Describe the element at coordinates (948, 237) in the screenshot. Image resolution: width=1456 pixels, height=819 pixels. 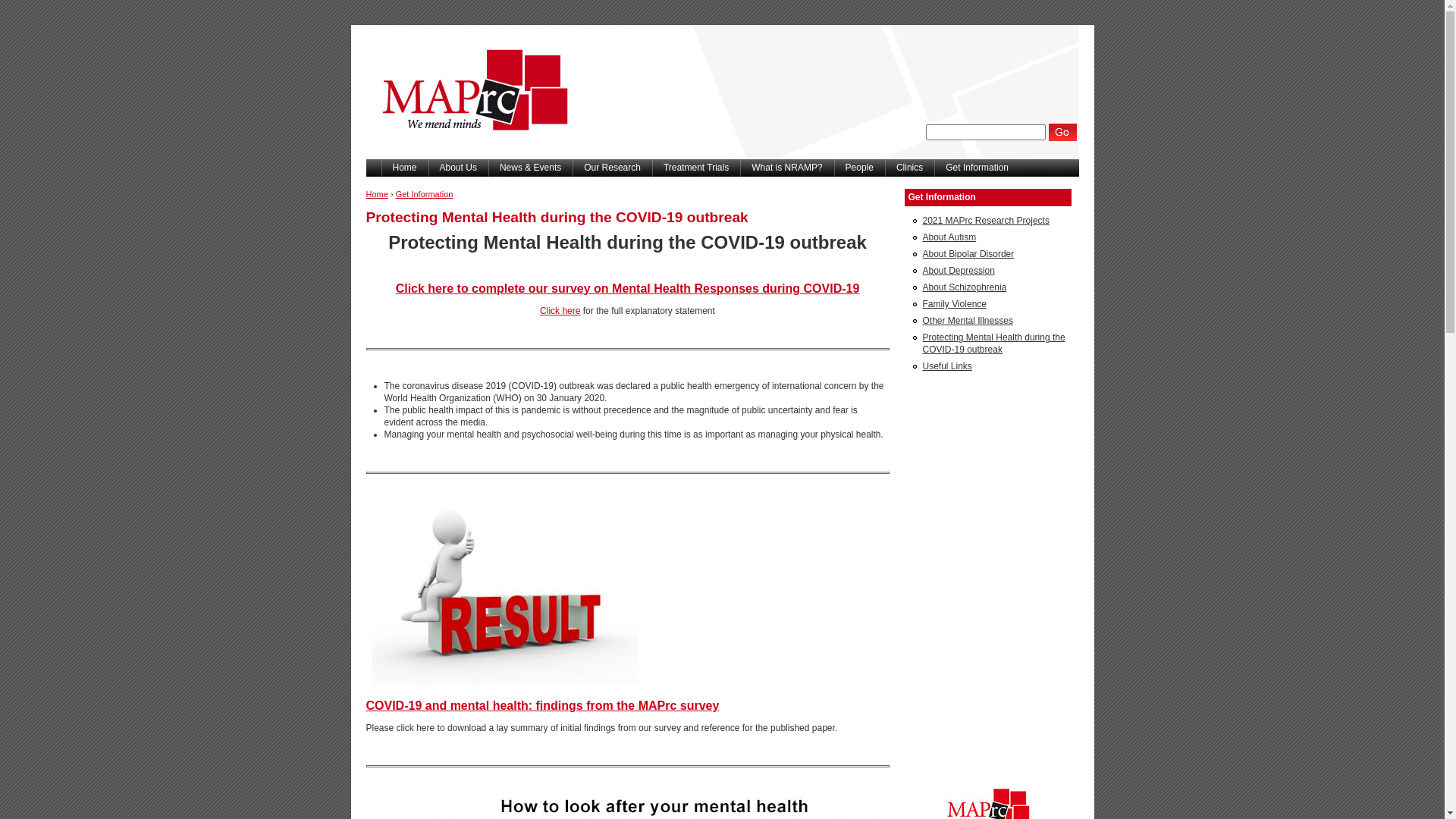
I see `'About Autism'` at that location.